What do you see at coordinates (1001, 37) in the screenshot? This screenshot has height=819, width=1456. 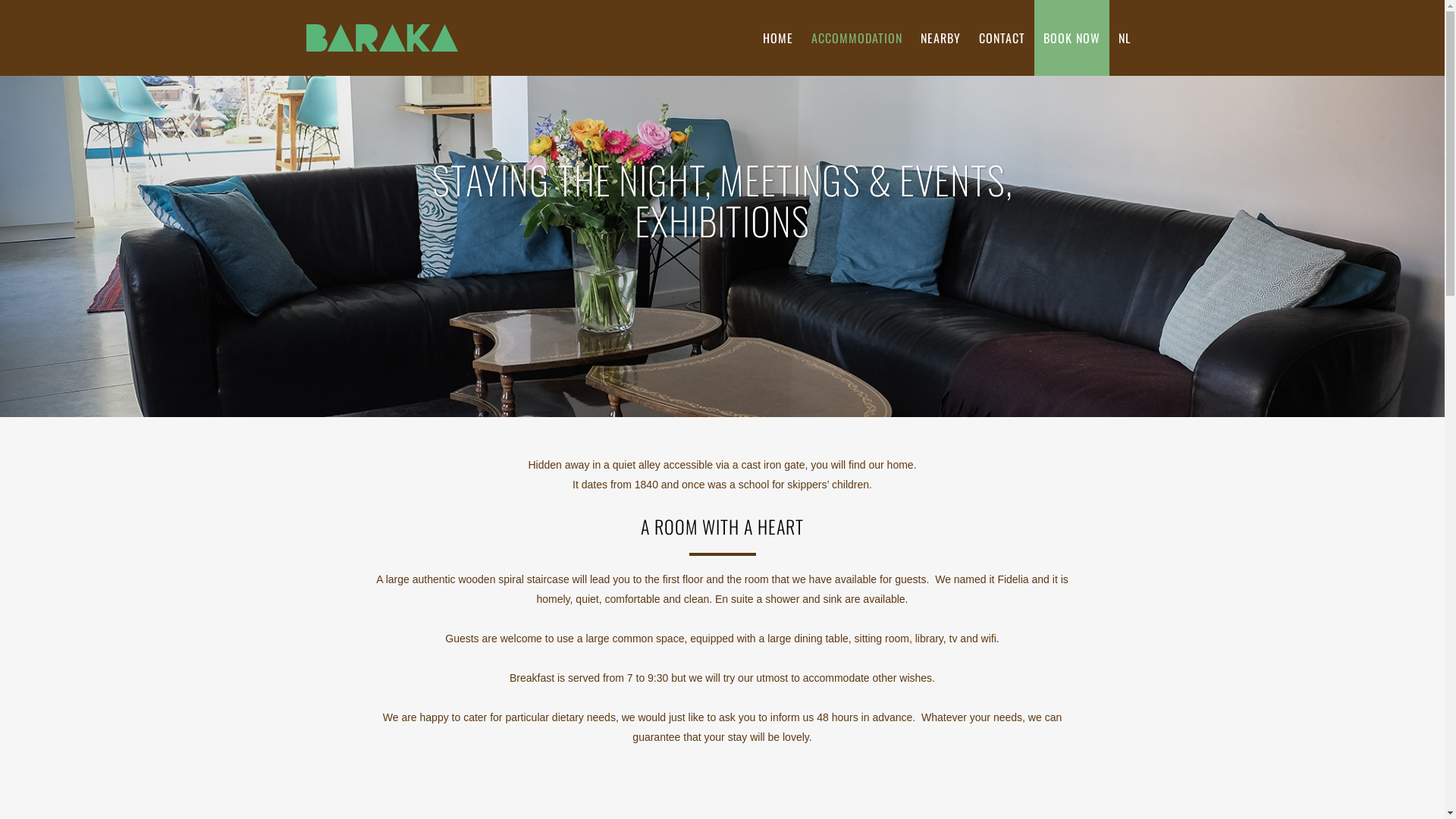 I see `'CONTACT'` at bounding box center [1001, 37].